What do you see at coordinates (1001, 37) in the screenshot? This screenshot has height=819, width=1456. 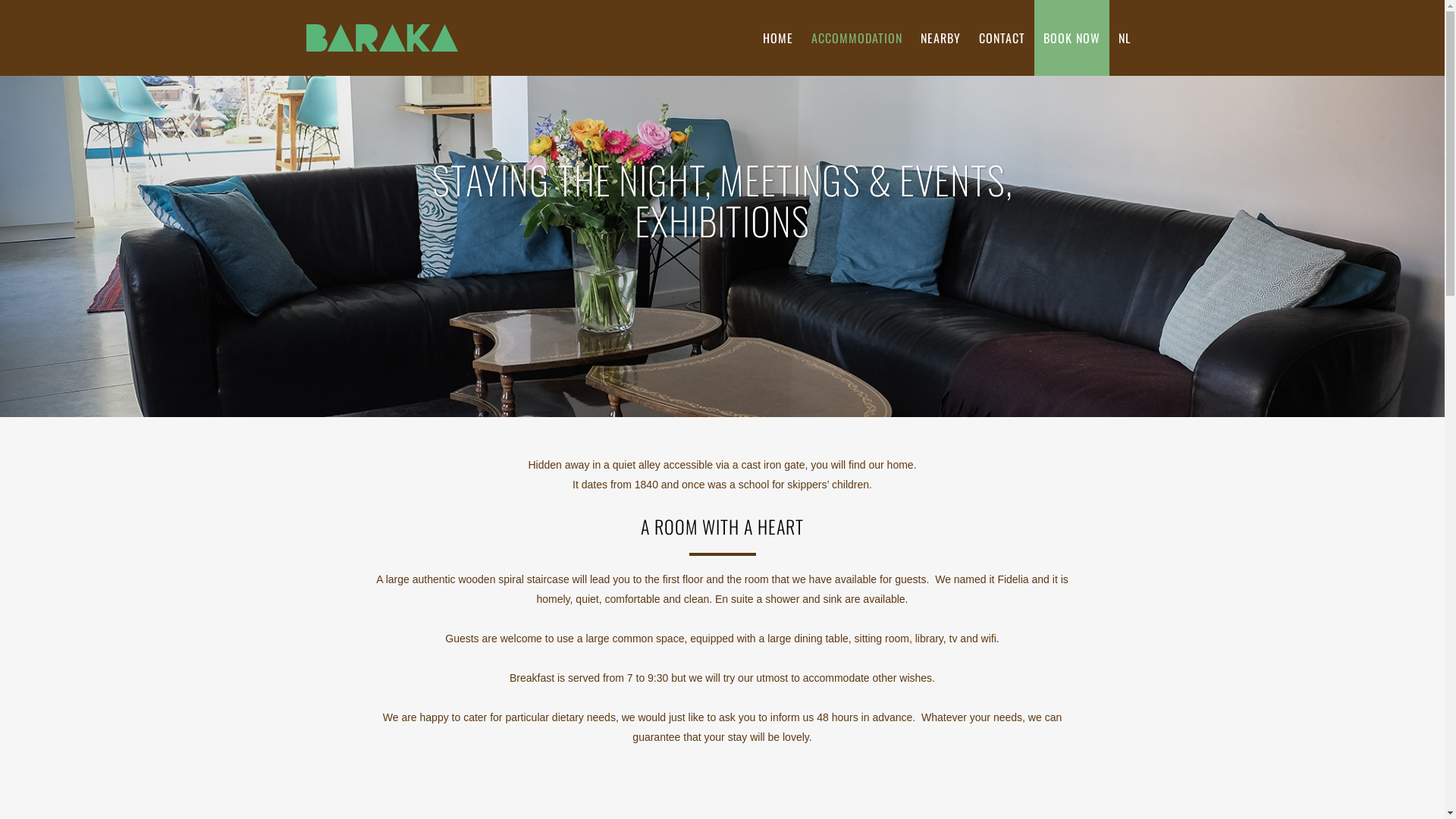 I see `'CONTACT'` at bounding box center [1001, 37].